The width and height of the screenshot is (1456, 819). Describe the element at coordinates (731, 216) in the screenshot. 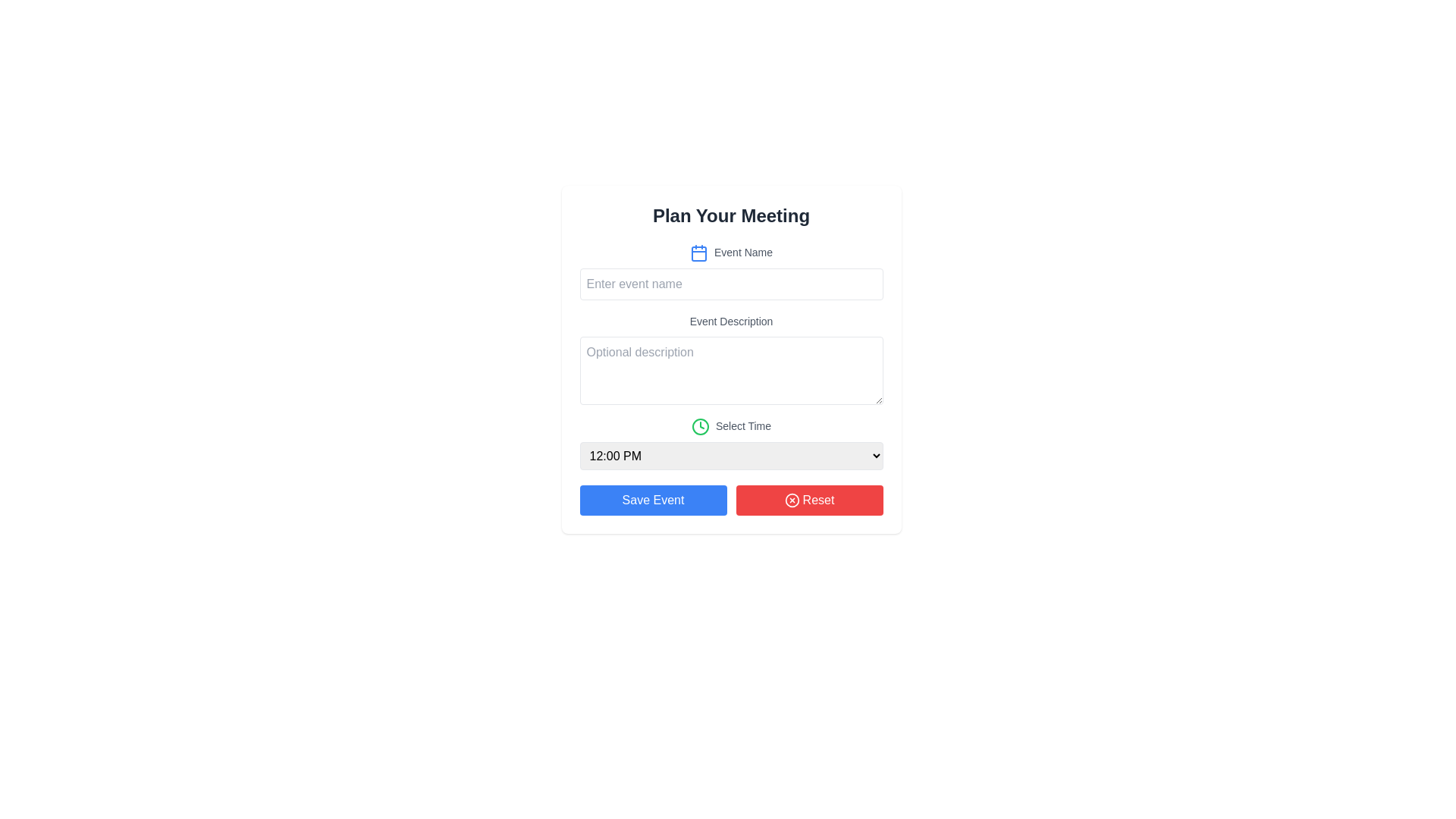

I see `the header text element that serves as the title for the form interface, located at the top of the content area` at that location.